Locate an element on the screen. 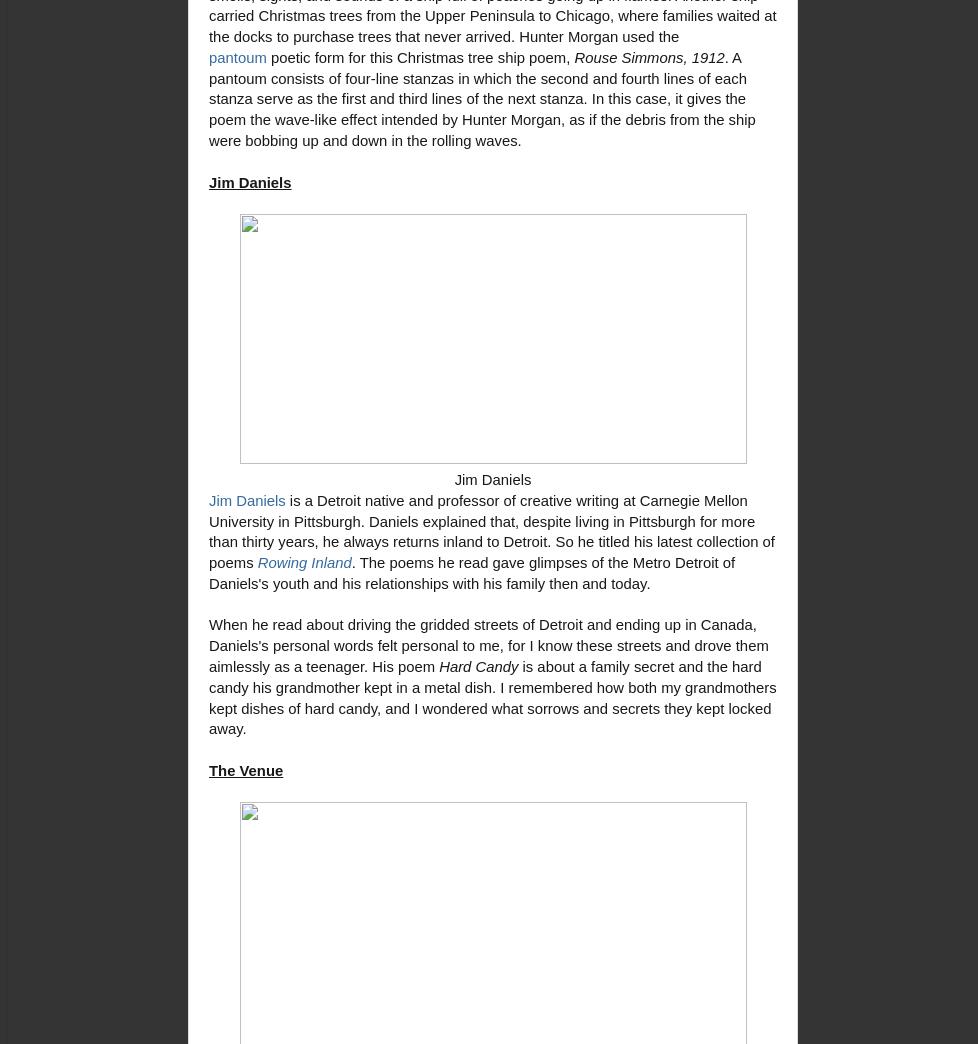  'The Venue' is located at coordinates (244, 769).